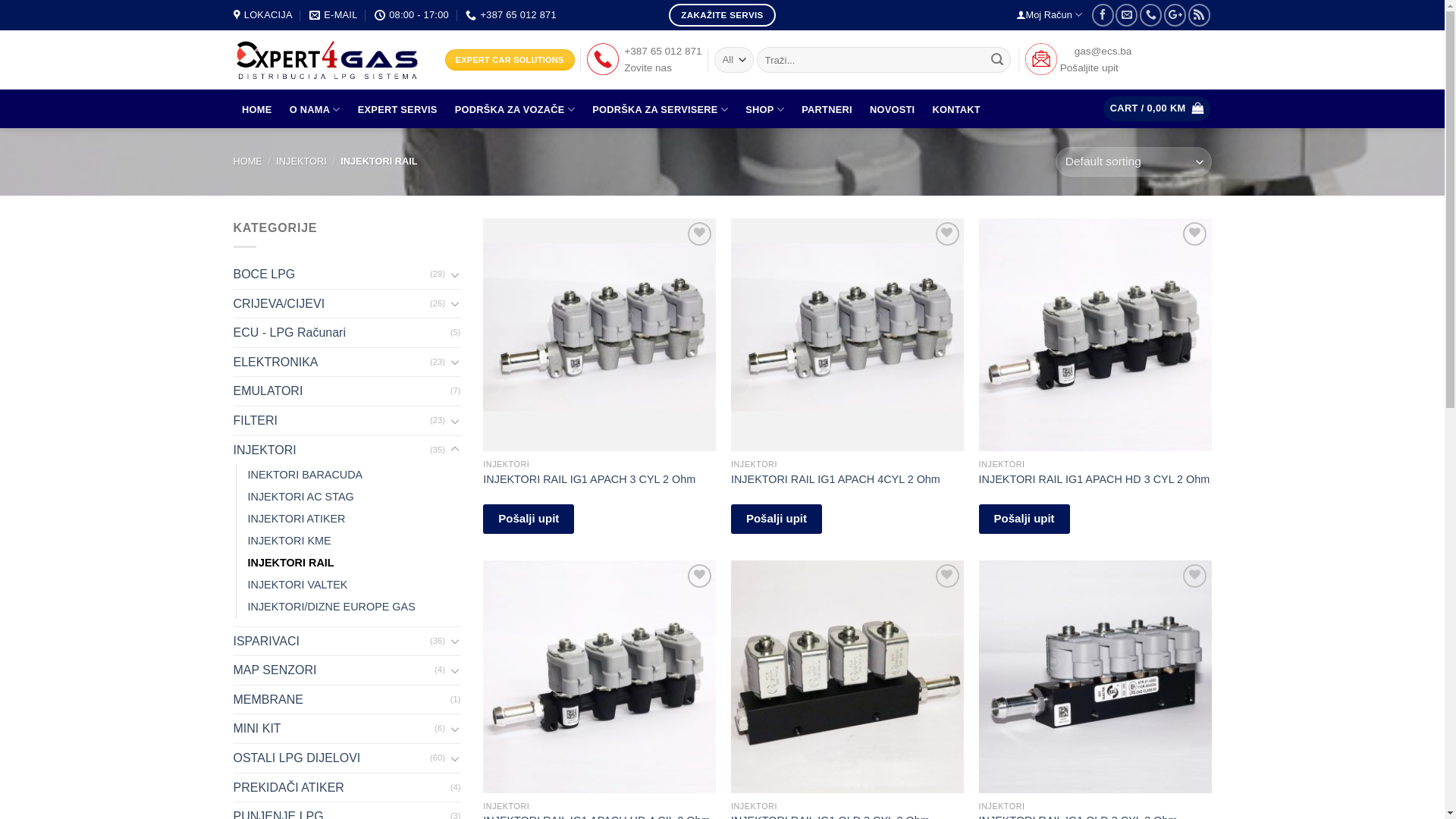 The width and height of the screenshot is (1456, 819). Describe the element at coordinates (826, 109) in the screenshot. I see `'PARTNERI'` at that location.